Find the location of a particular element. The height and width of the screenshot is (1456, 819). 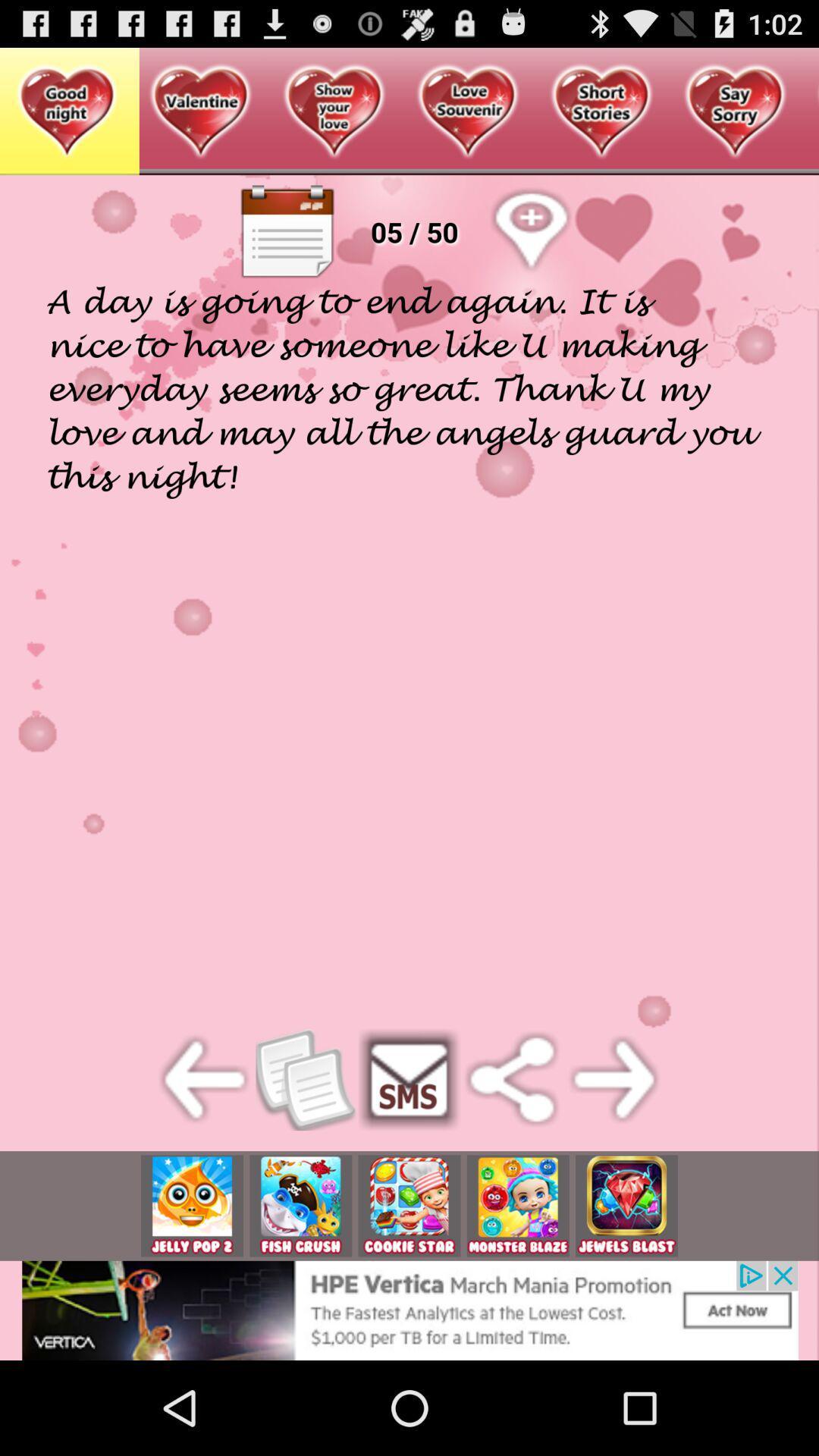

the button which is on right side of short stories is located at coordinates (734, 111).